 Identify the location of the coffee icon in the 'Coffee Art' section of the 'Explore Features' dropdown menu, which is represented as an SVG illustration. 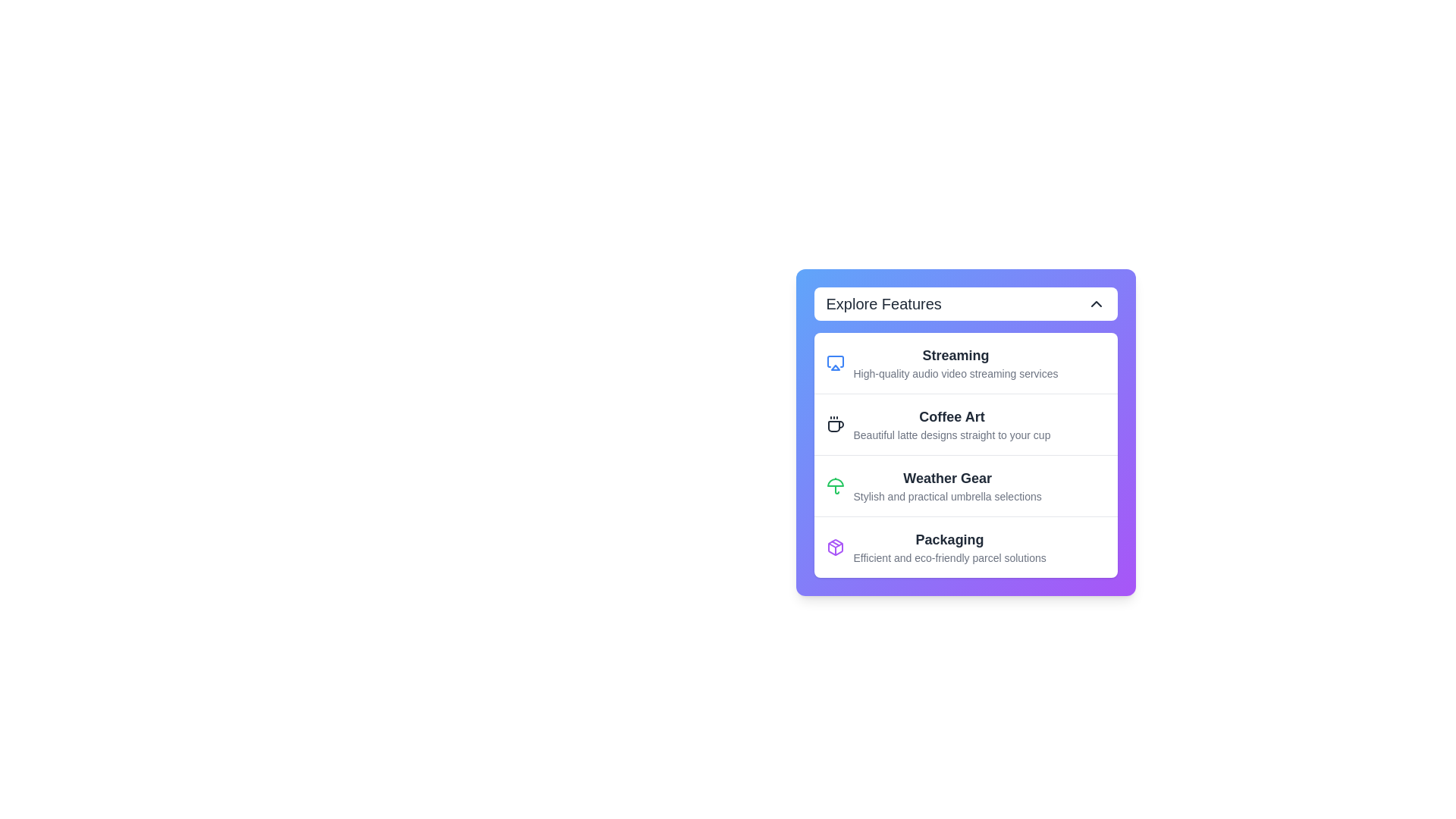
(835, 426).